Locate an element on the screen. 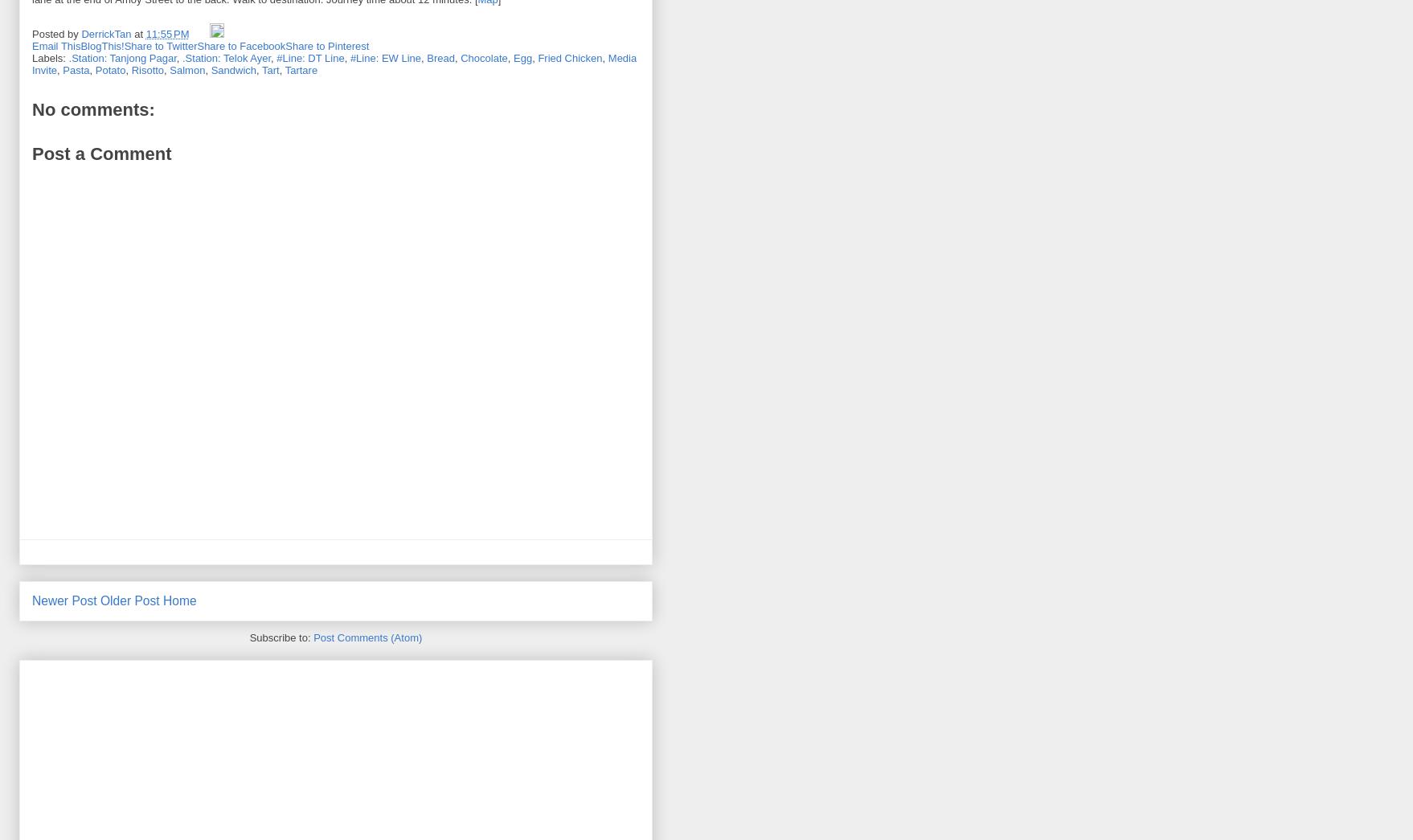  'DerrickTan' is located at coordinates (106, 32).